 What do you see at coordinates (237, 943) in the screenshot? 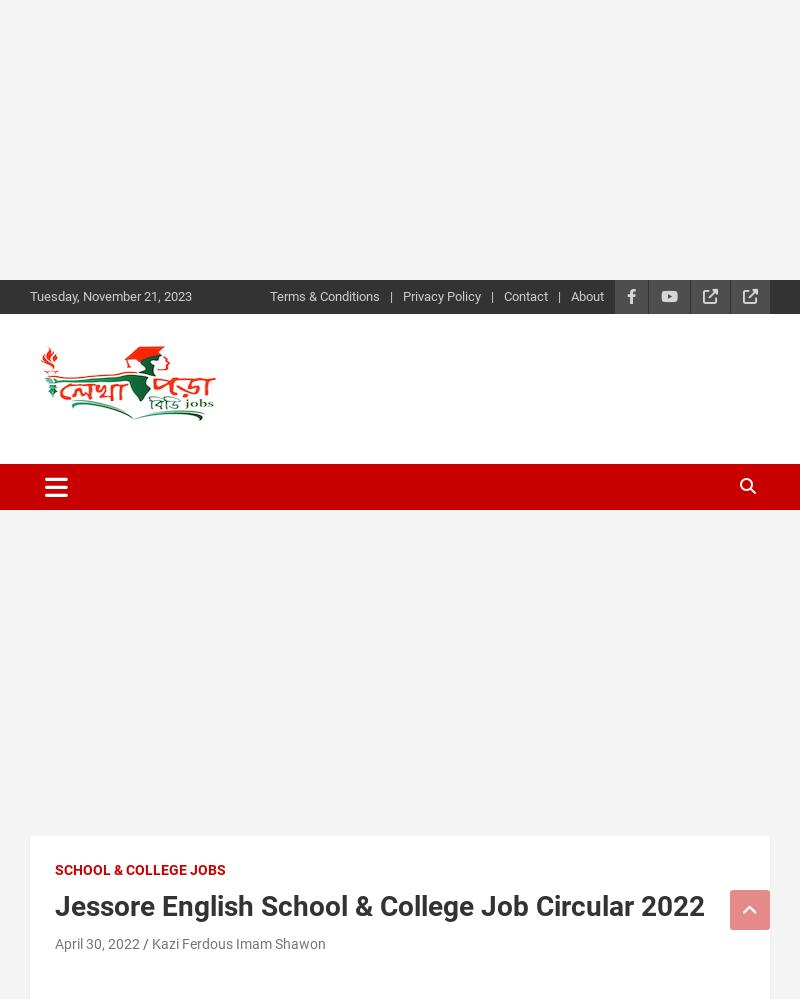
I see `'Kazi Ferdous Imam Shawon'` at bounding box center [237, 943].